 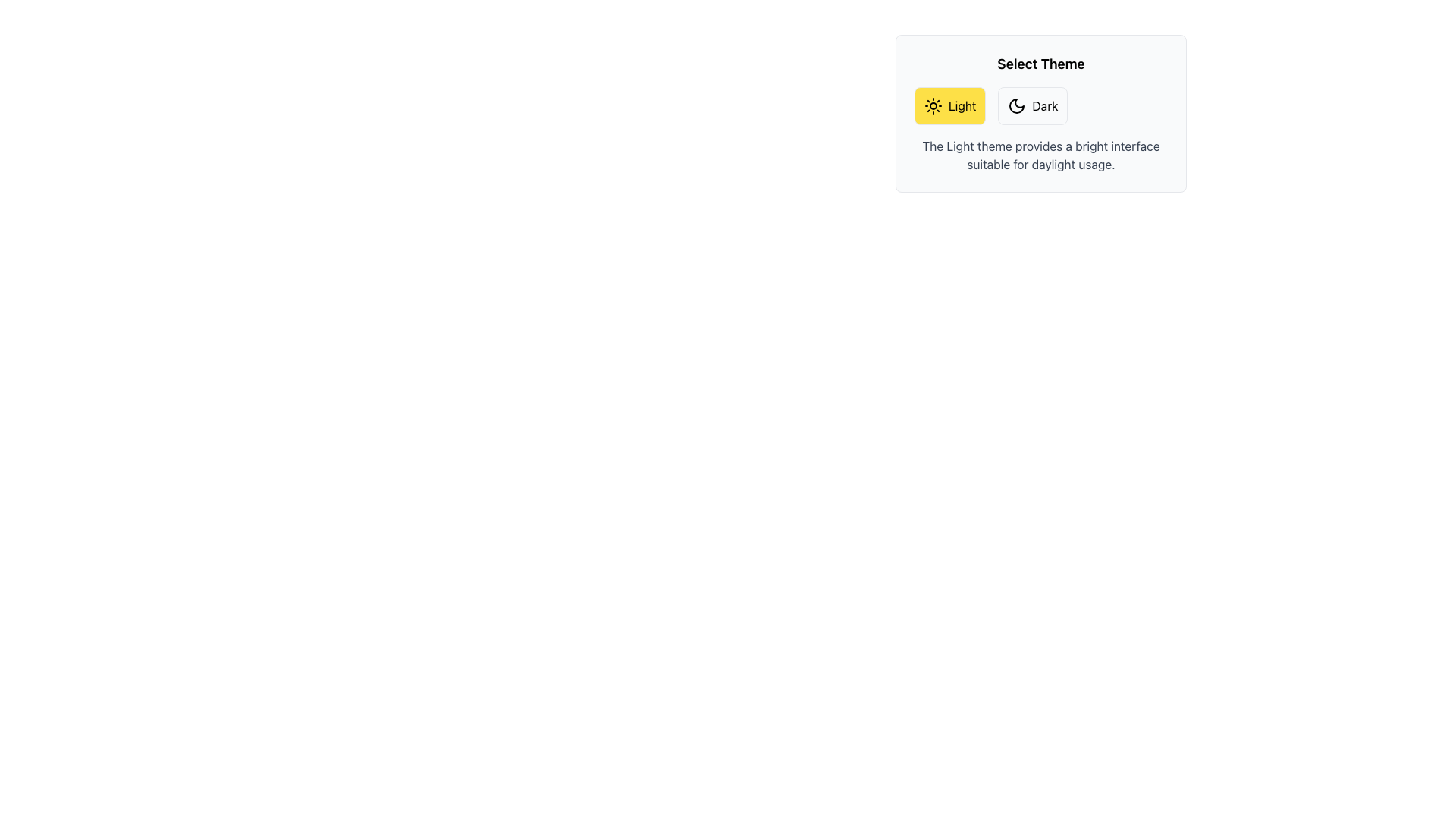 What do you see at coordinates (932, 105) in the screenshot?
I see `the sun-shaped icon with rays in the 'Select Theme' section` at bounding box center [932, 105].